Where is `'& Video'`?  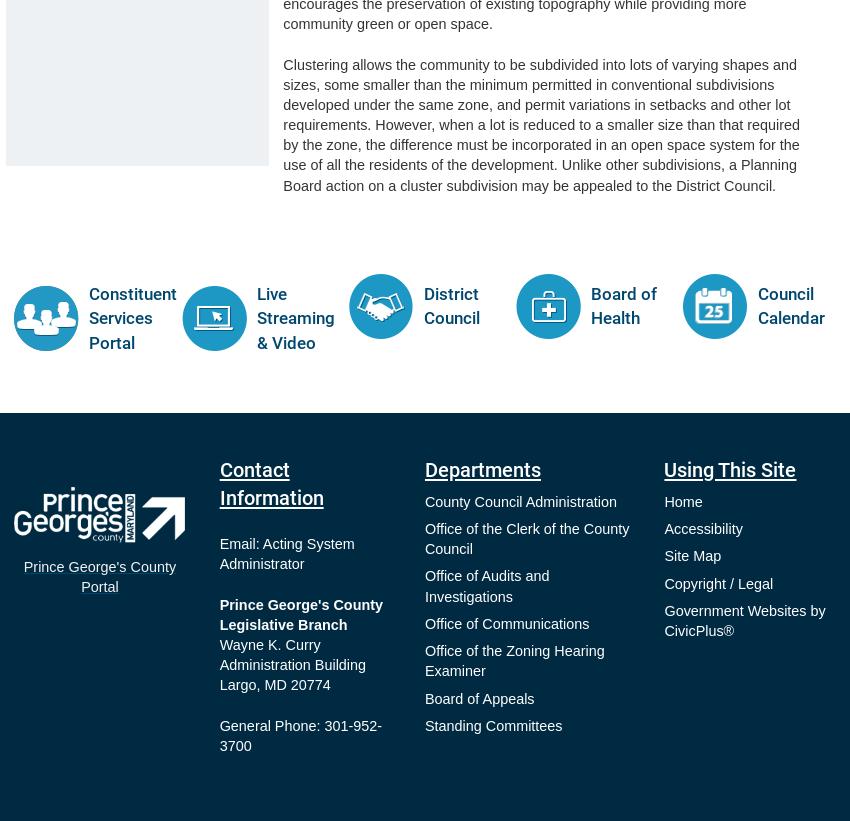
'& Video' is located at coordinates (255, 342).